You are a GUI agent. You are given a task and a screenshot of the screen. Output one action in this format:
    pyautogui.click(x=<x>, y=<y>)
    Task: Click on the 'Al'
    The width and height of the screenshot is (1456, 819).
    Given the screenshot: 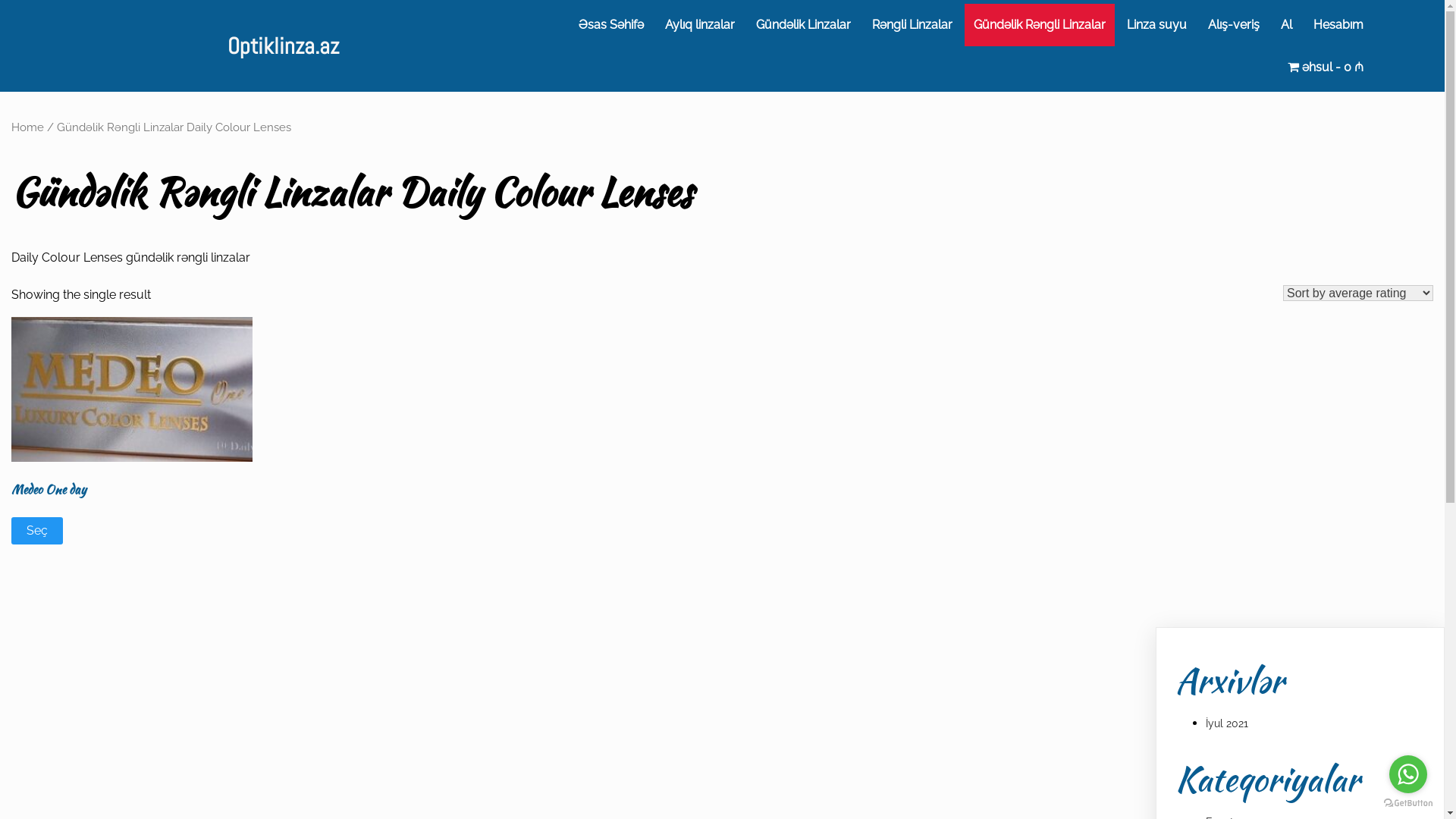 What is the action you would take?
    pyautogui.click(x=1285, y=25)
    